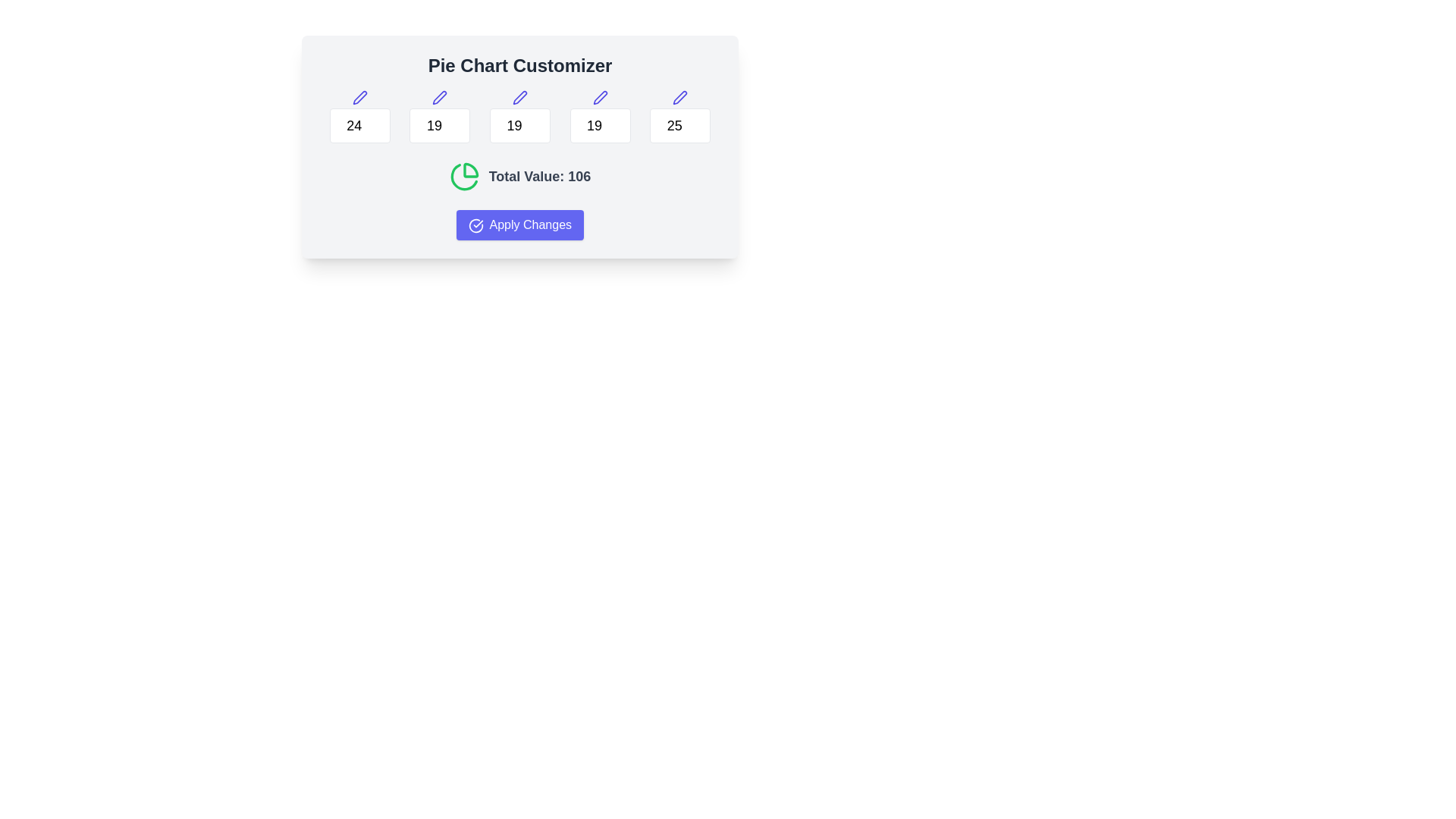 The height and width of the screenshot is (819, 1456). I want to click on the first segment of the pie chart that visually represents a data portion under the 'Total Value: 106' label, so click(469, 170).